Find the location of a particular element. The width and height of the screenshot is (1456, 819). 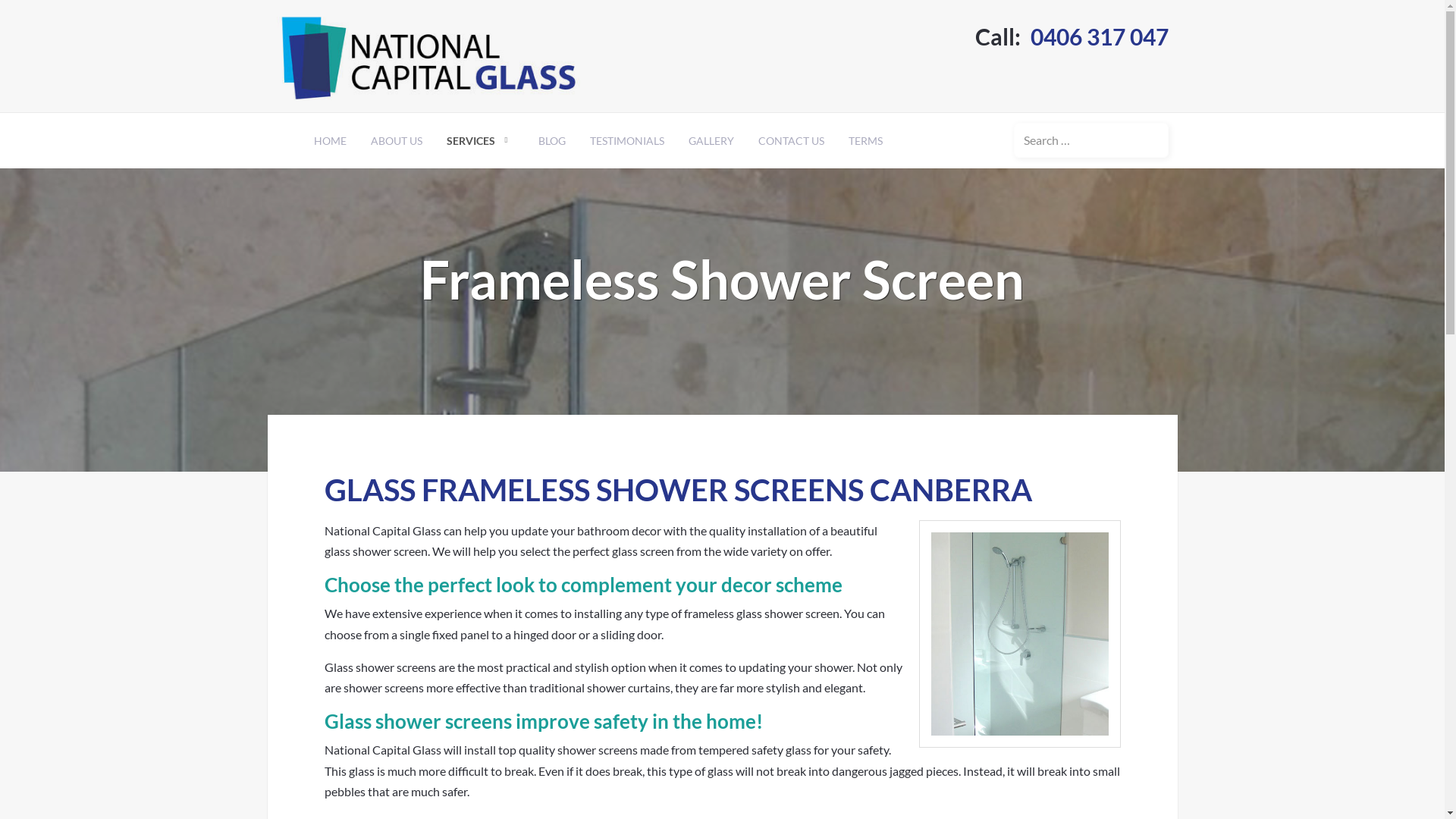

'SERVICES' is located at coordinates (479, 140).